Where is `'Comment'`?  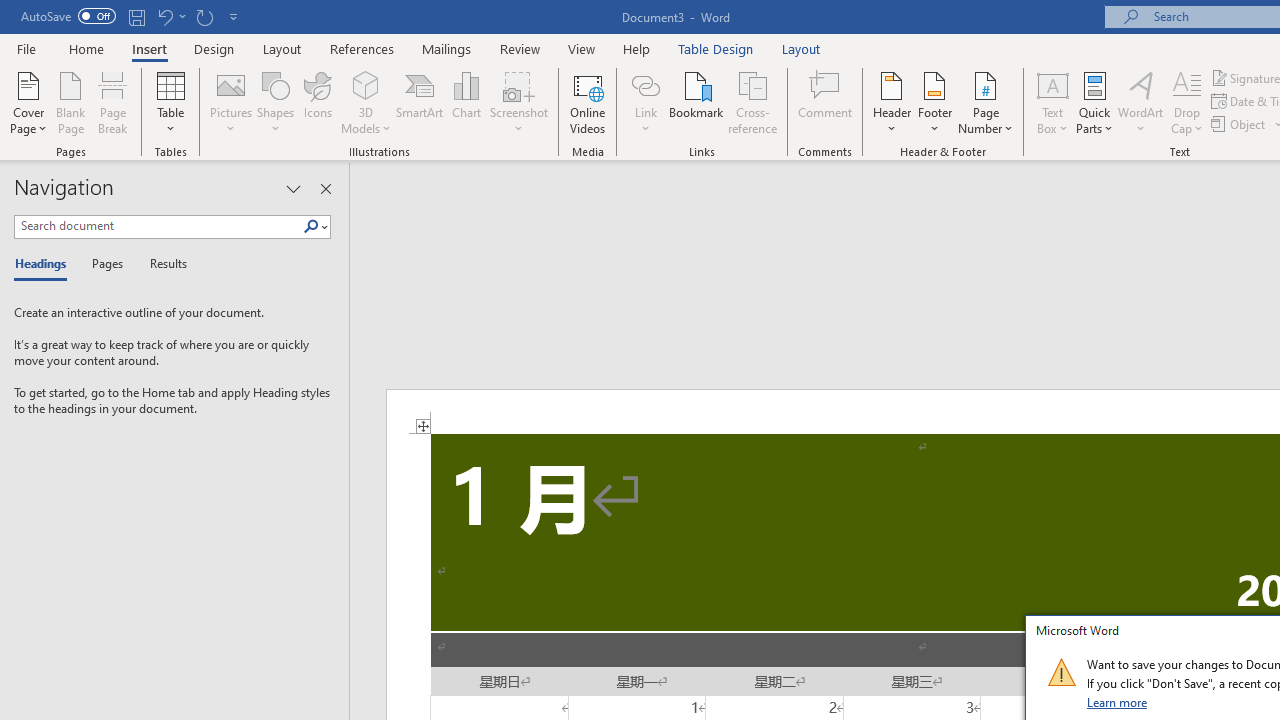 'Comment' is located at coordinates (825, 103).